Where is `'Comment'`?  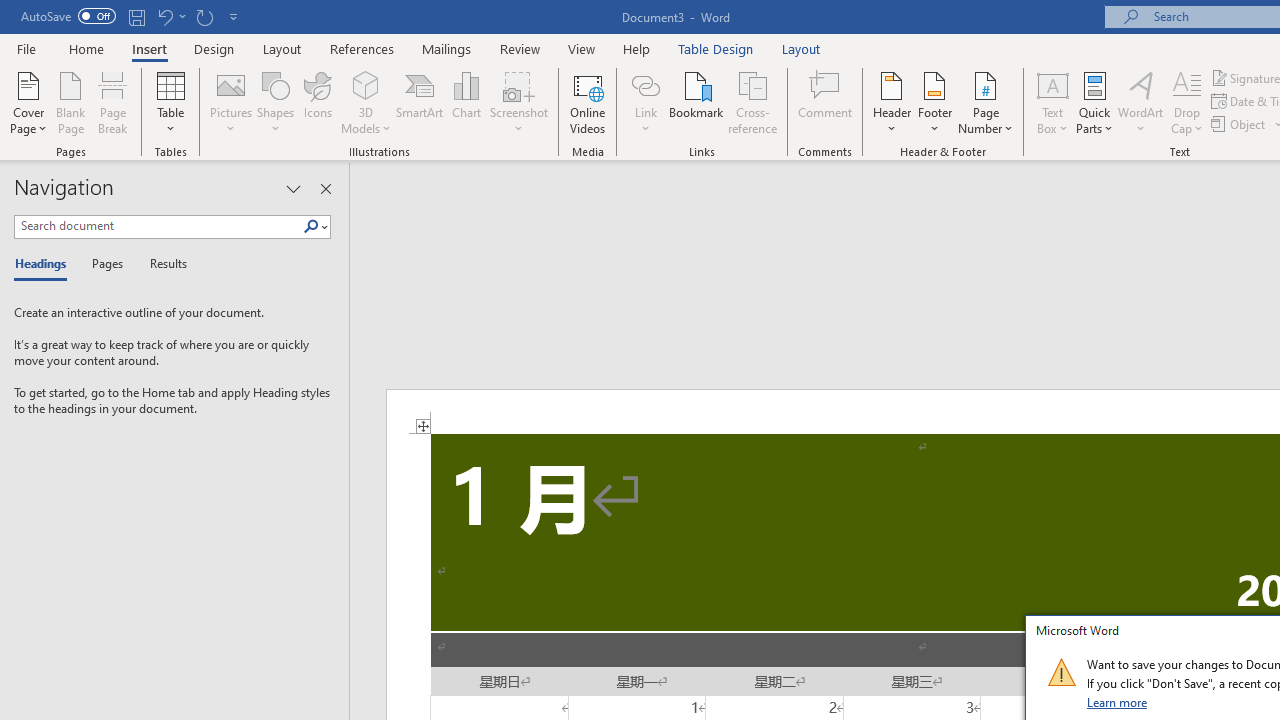 'Comment' is located at coordinates (825, 103).